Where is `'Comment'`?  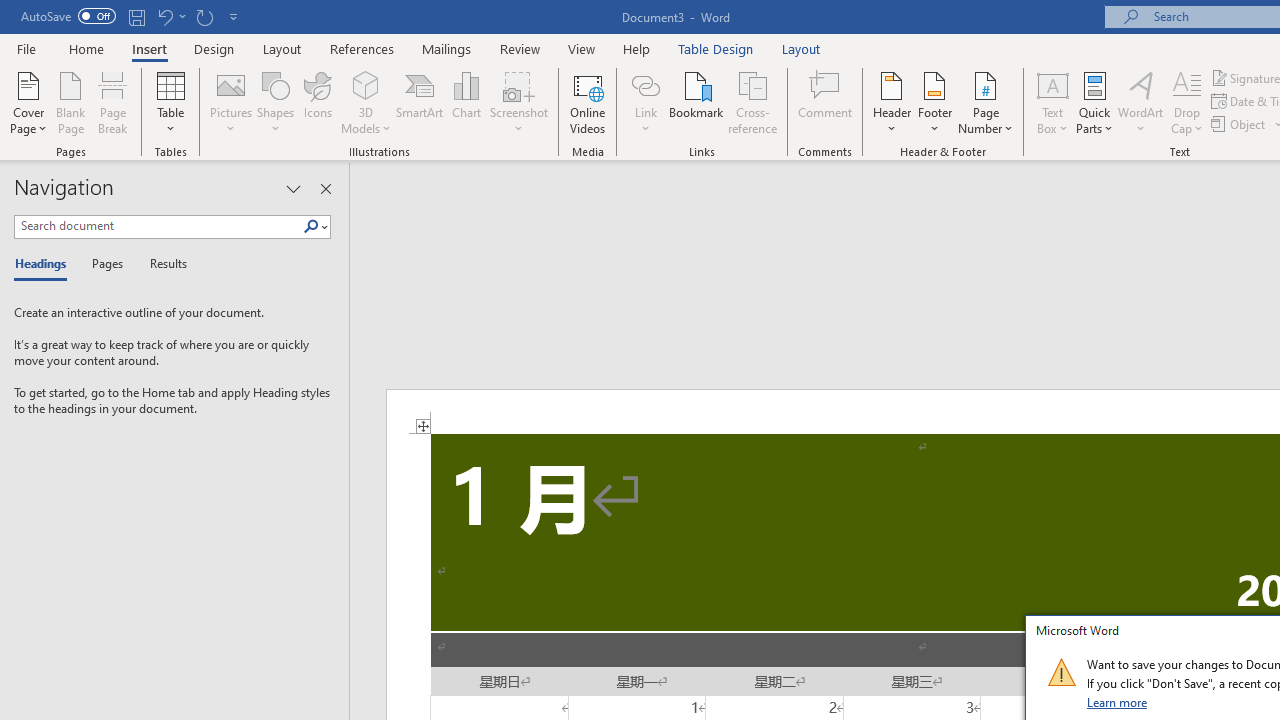 'Comment' is located at coordinates (825, 103).